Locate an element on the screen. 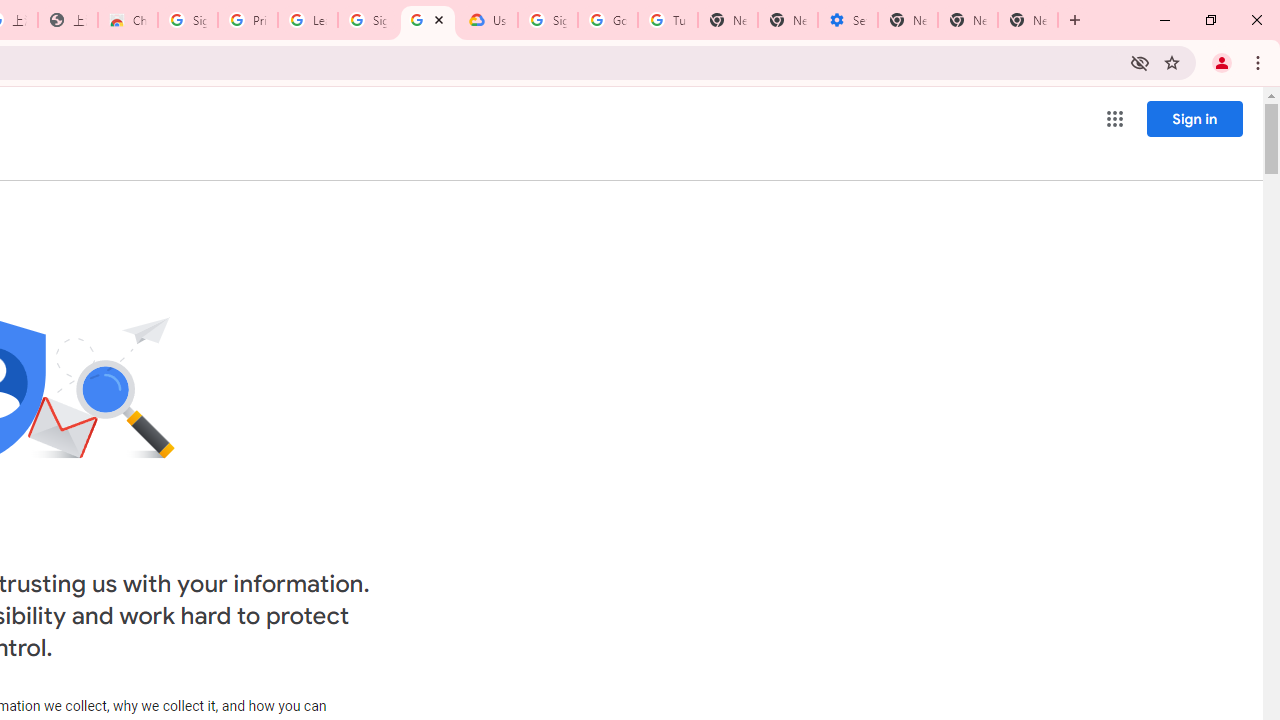 Image resolution: width=1280 pixels, height=720 pixels. 'Sign in - Google Accounts' is located at coordinates (187, 20).